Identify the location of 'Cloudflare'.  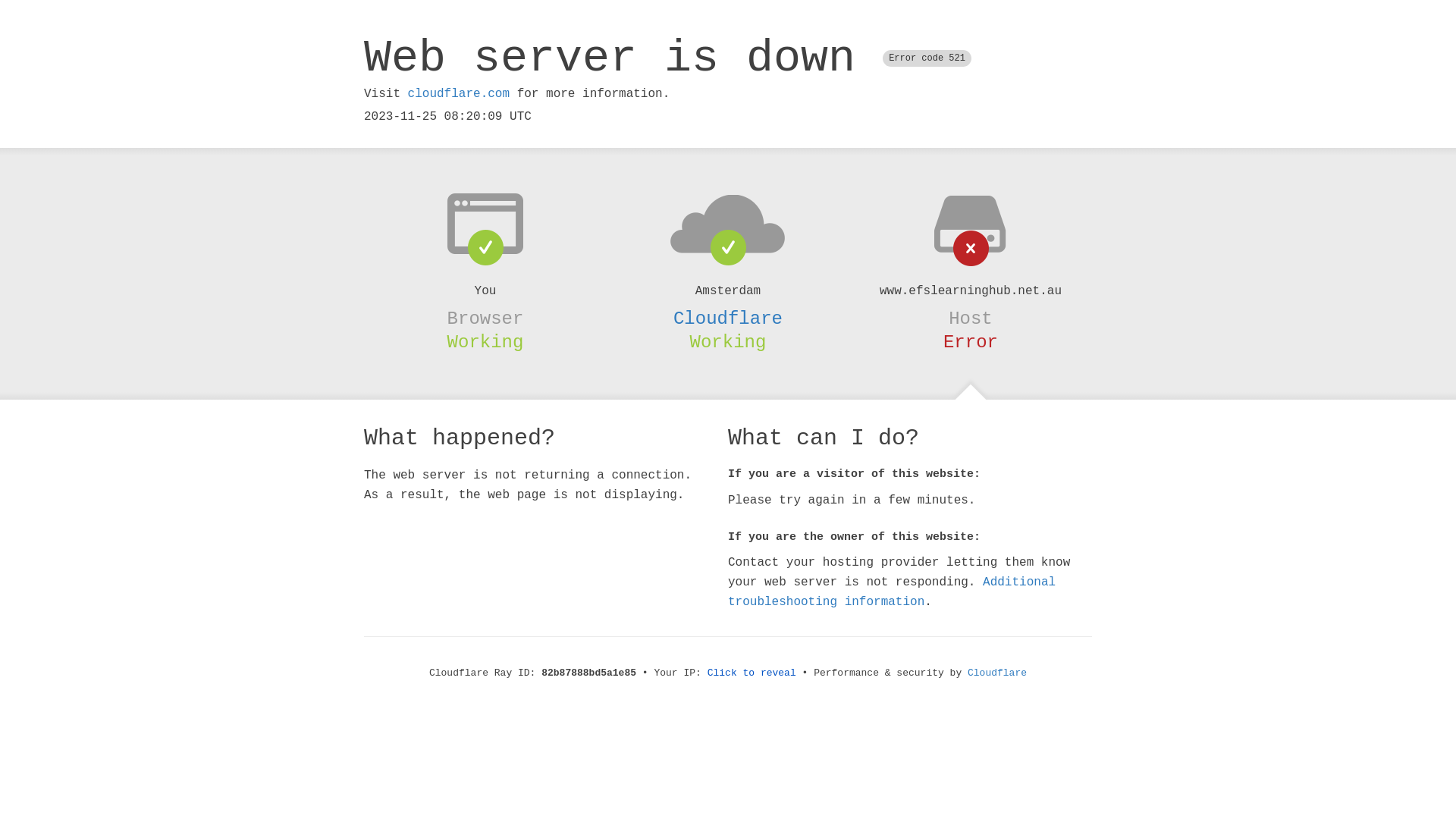
(728, 318).